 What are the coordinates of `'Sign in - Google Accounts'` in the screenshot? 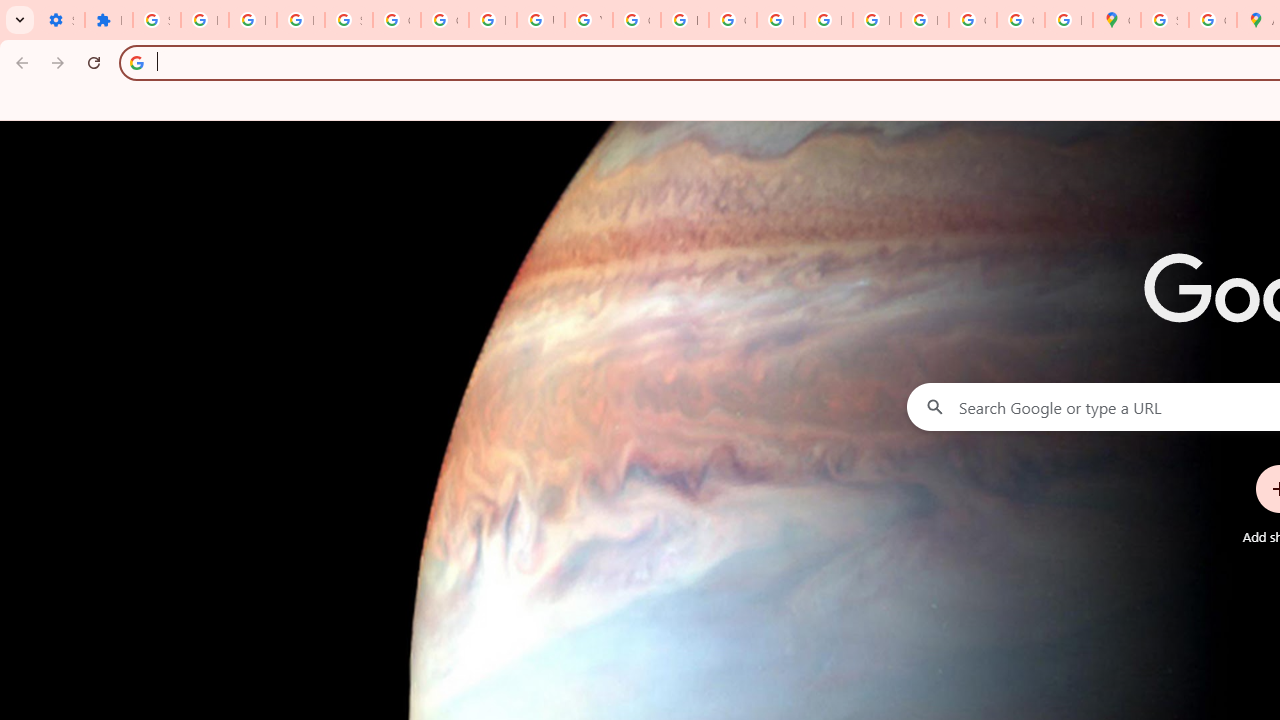 It's located at (155, 20).